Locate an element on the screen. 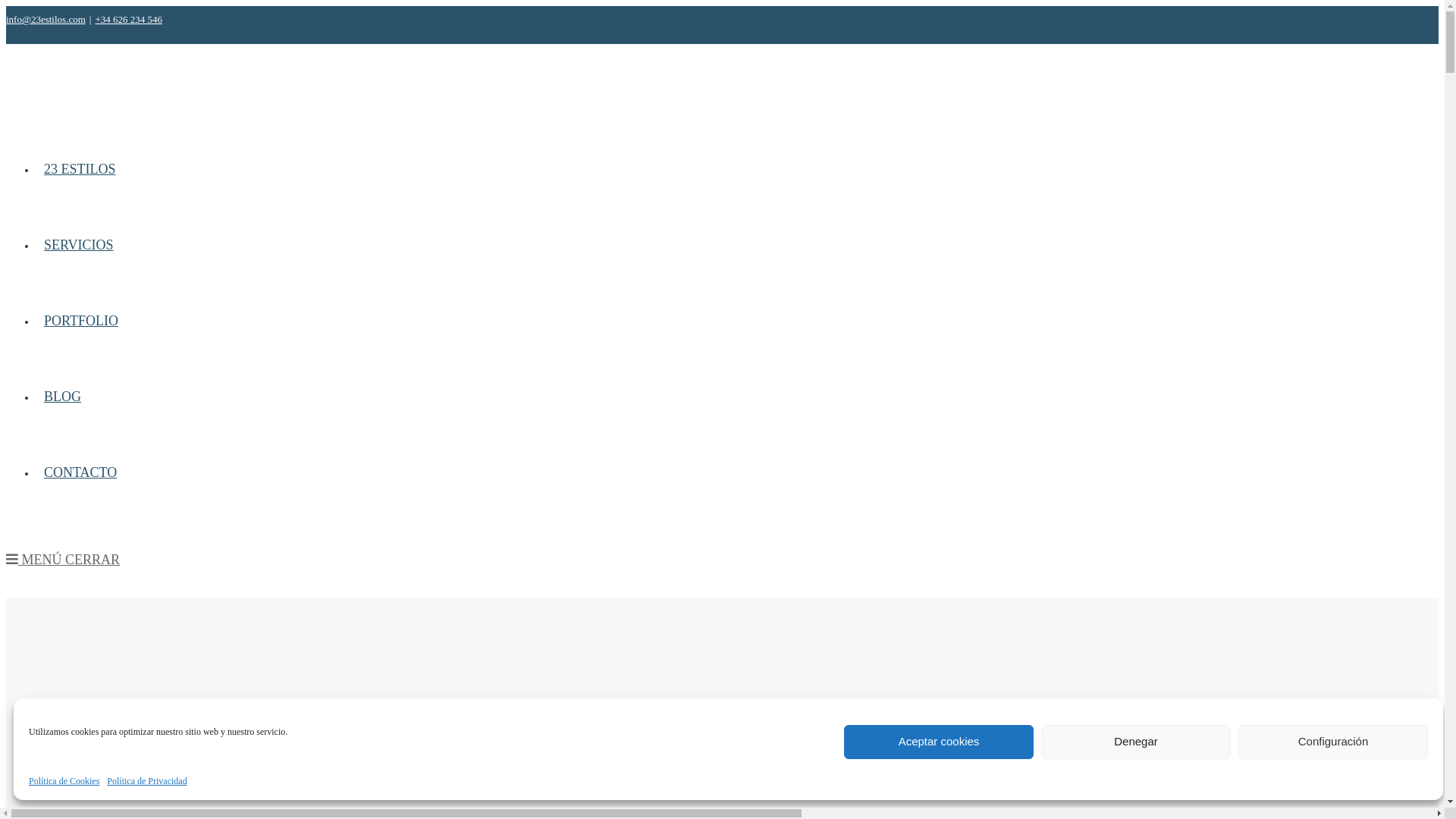  'PORTFOLIO' is located at coordinates (36, 318).